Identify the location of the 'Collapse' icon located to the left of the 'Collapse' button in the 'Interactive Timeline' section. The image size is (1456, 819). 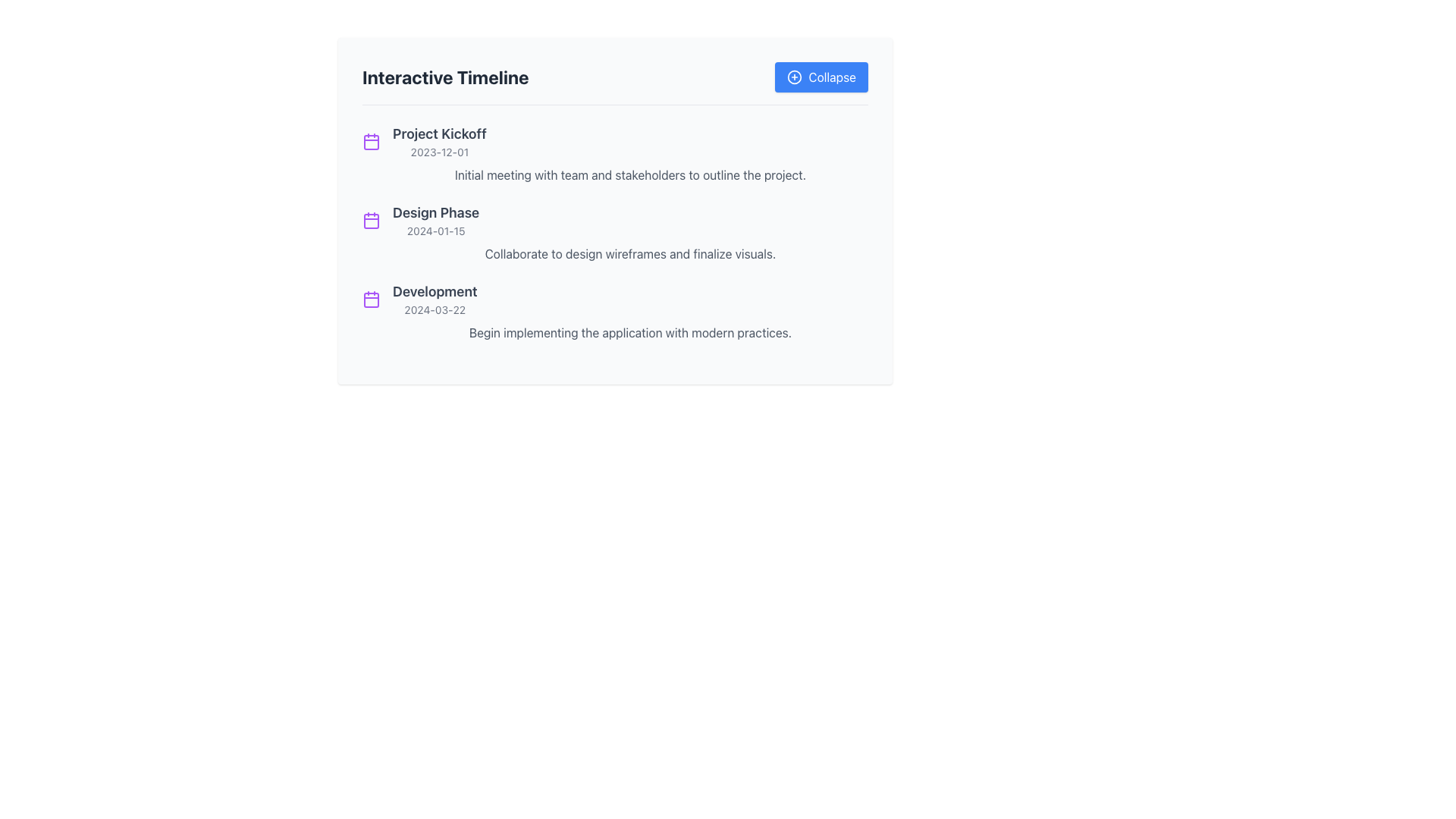
(794, 77).